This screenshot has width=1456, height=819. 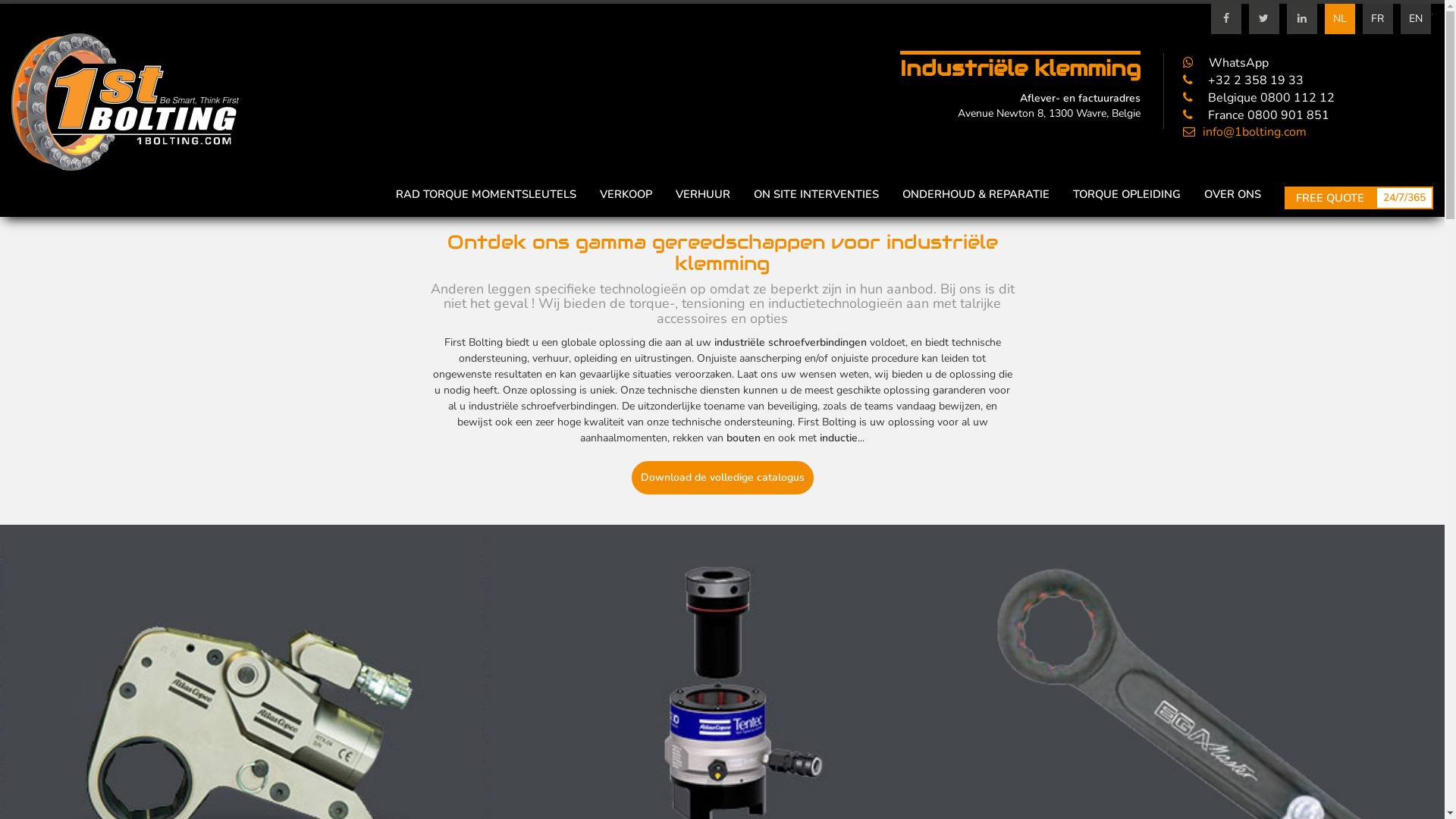 I want to click on 'Hydraulische spanners', so click(x=721, y=734).